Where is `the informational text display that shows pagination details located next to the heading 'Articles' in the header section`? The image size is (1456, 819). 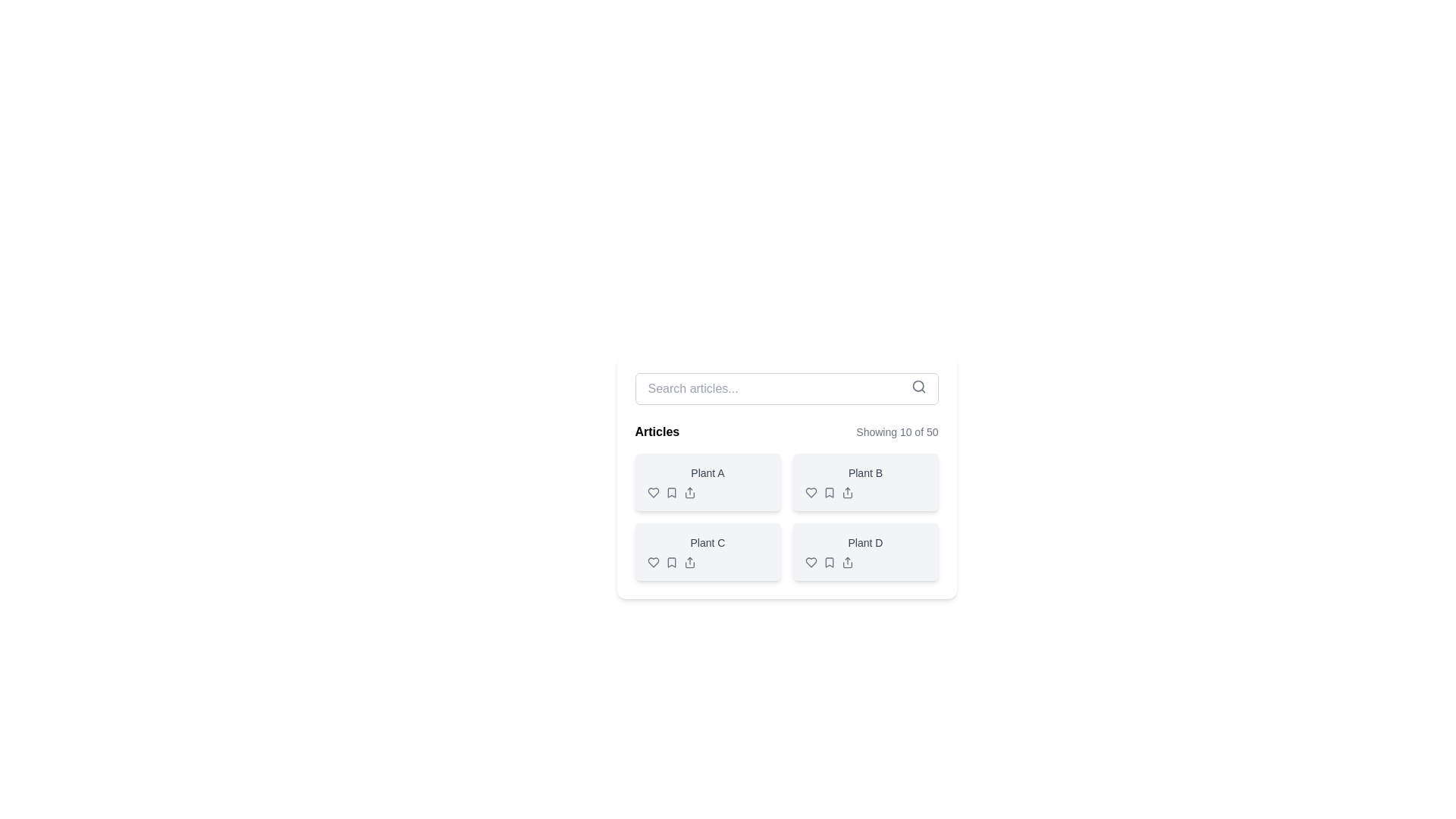
the informational text display that shows pagination details located next to the heading 'Articles' in the header section is located at coordinates (897, 432).